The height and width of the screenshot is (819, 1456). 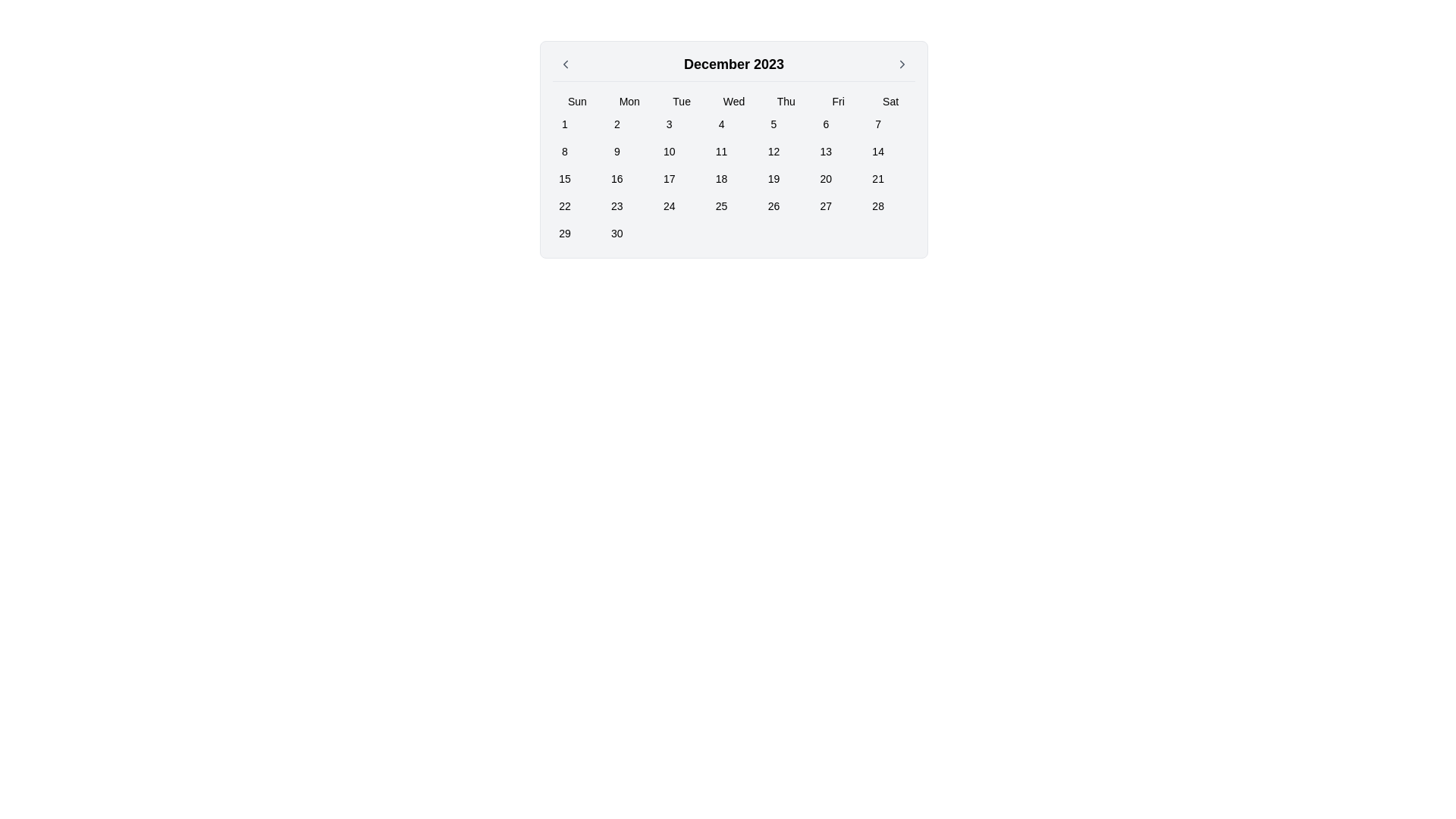 I want to click on the static text displaying 'December 2023' in the header section of the calendar interface, so click(x=734, y=63).